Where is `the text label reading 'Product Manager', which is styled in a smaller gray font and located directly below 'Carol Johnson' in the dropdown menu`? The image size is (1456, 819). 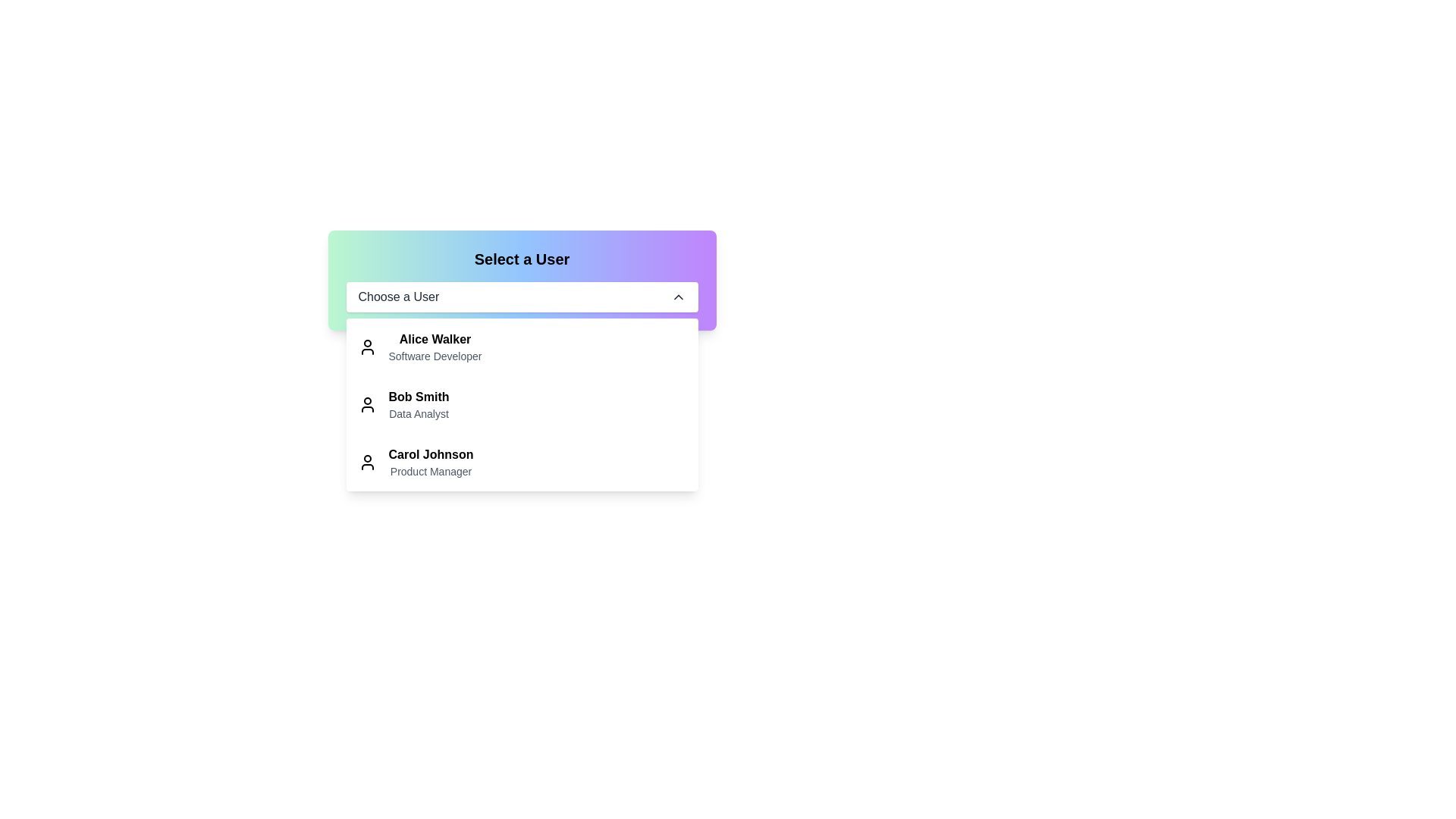
the text label reading 'Product Manager', which is styled in a smaller gray font and located directly below 'Carol Johnson' in the dropdown menu is located at coordinates (430, 470).